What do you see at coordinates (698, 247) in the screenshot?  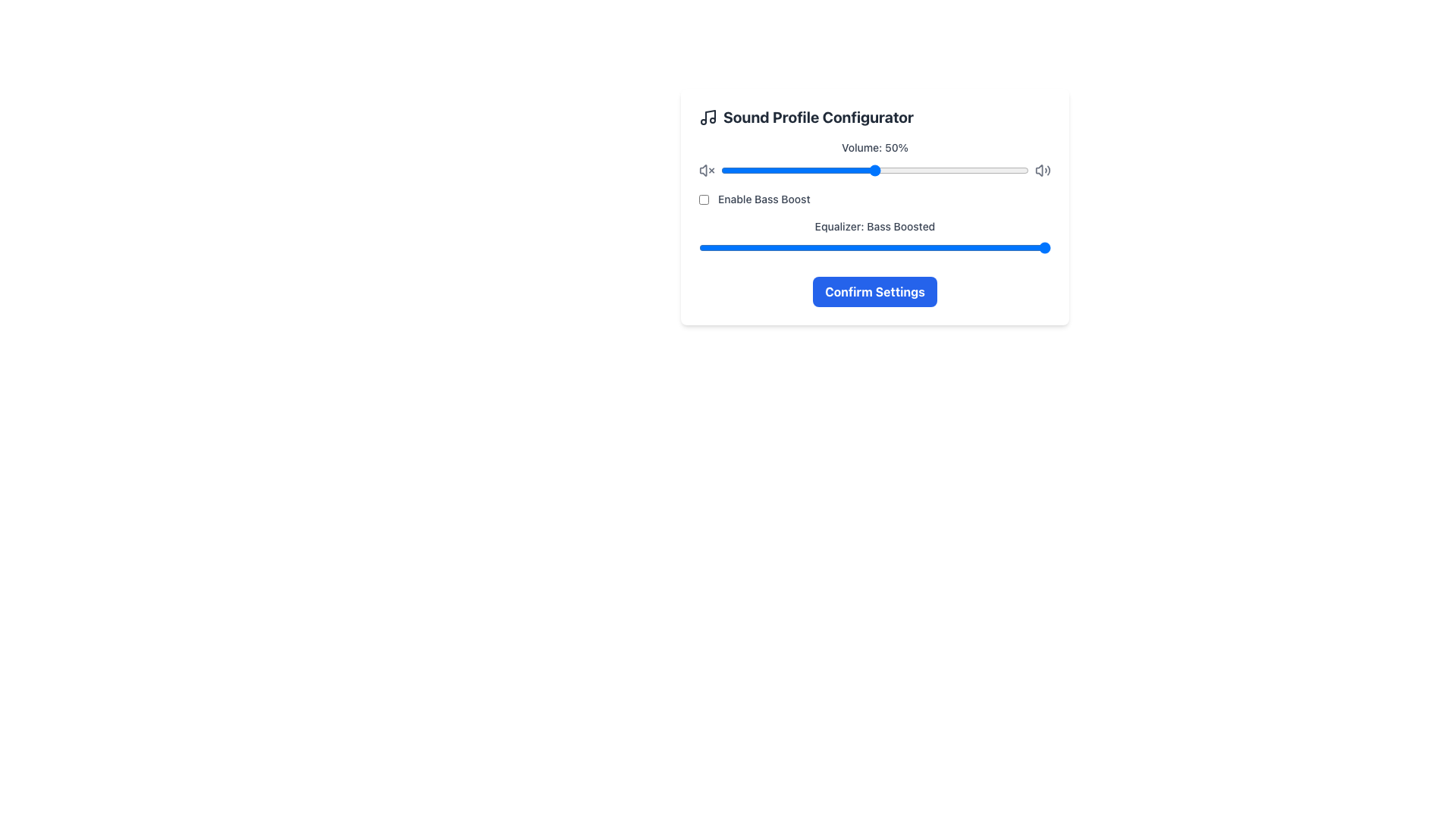 I see `the equalizer level` at bounding box center [698, 247].